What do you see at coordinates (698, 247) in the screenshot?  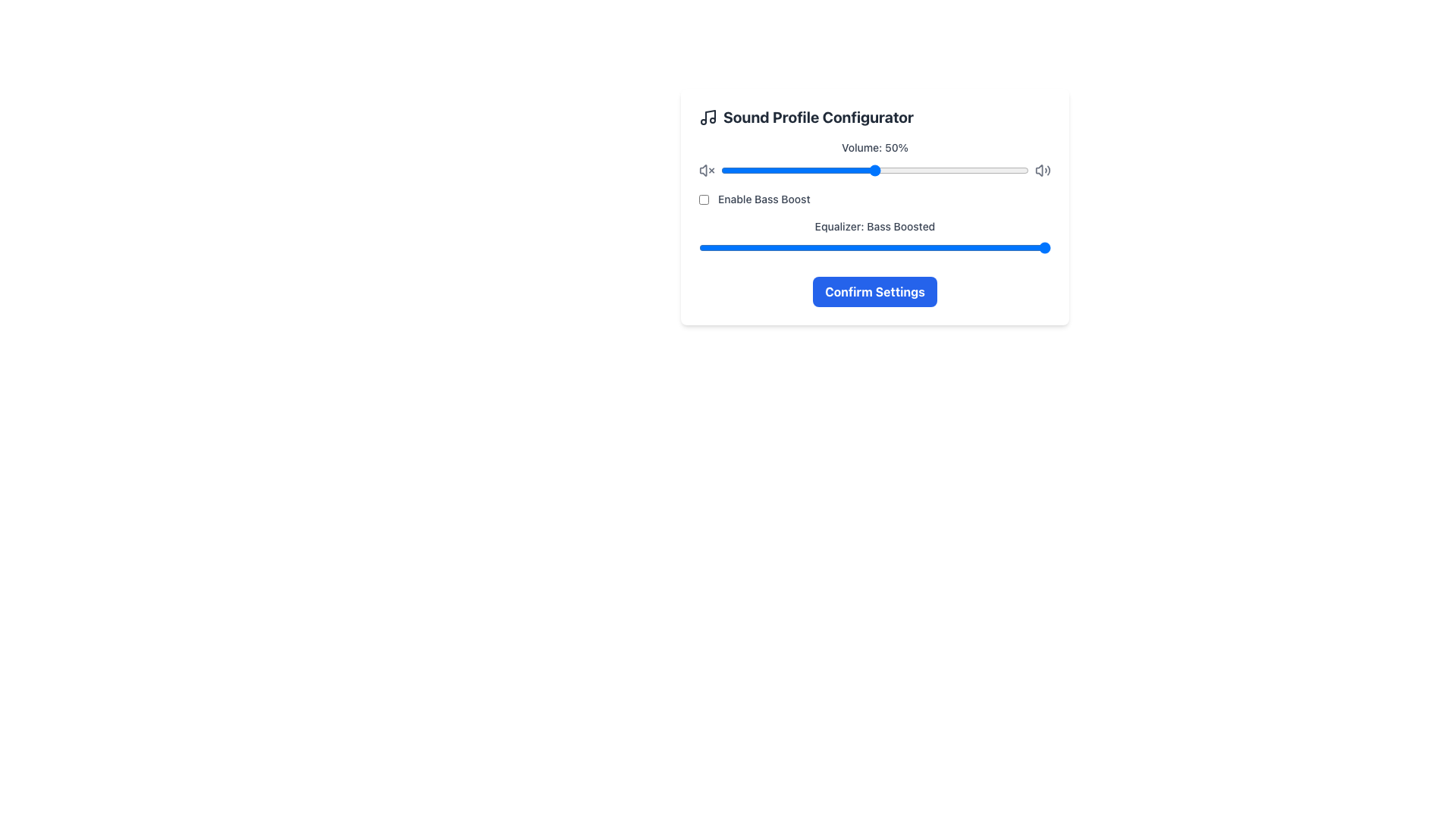 I see `the equalizer level` at bounding box center [698, 247].